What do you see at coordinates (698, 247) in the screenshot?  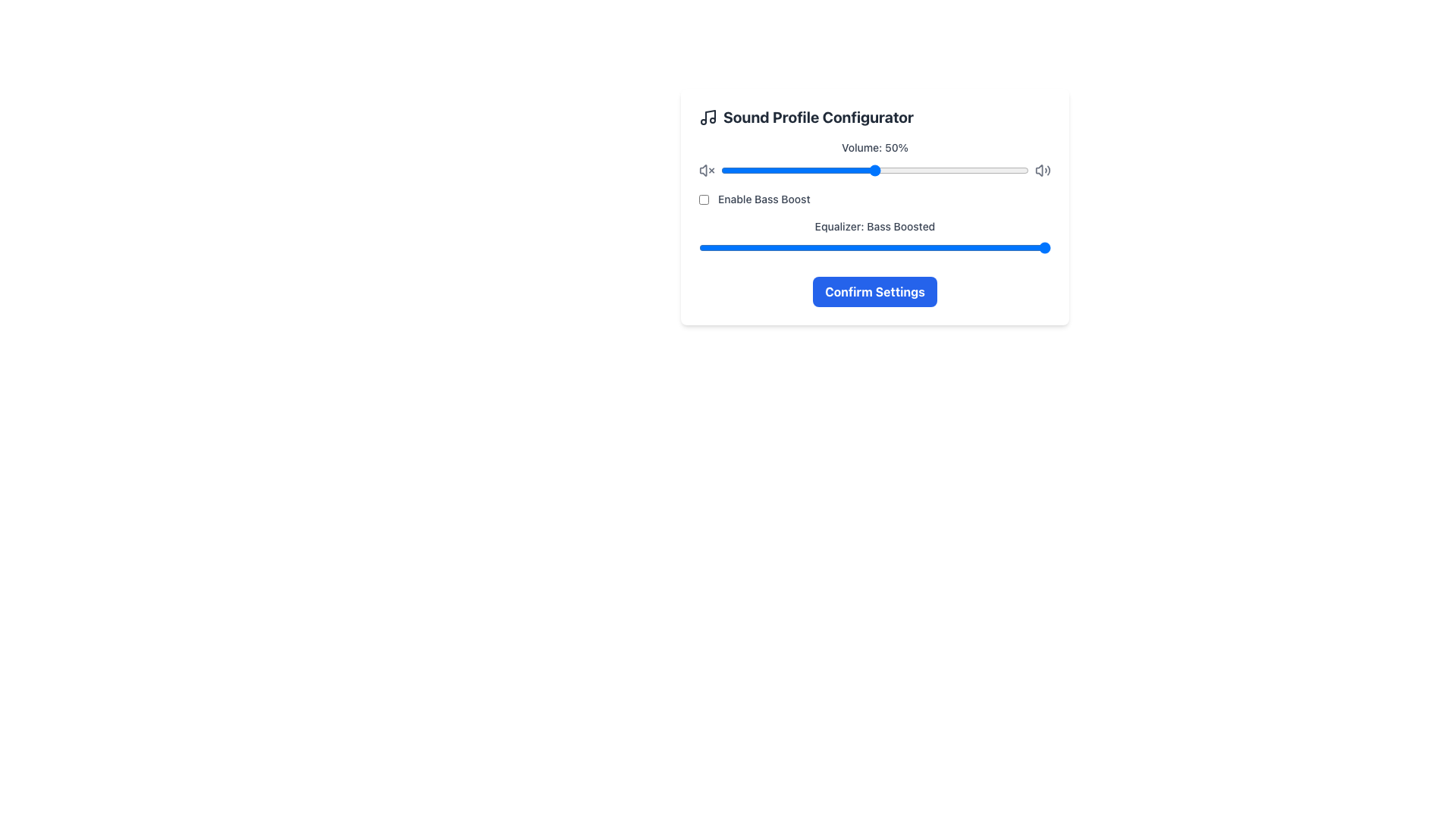 I see `the equalizer level` at bounding box center [698, 247].